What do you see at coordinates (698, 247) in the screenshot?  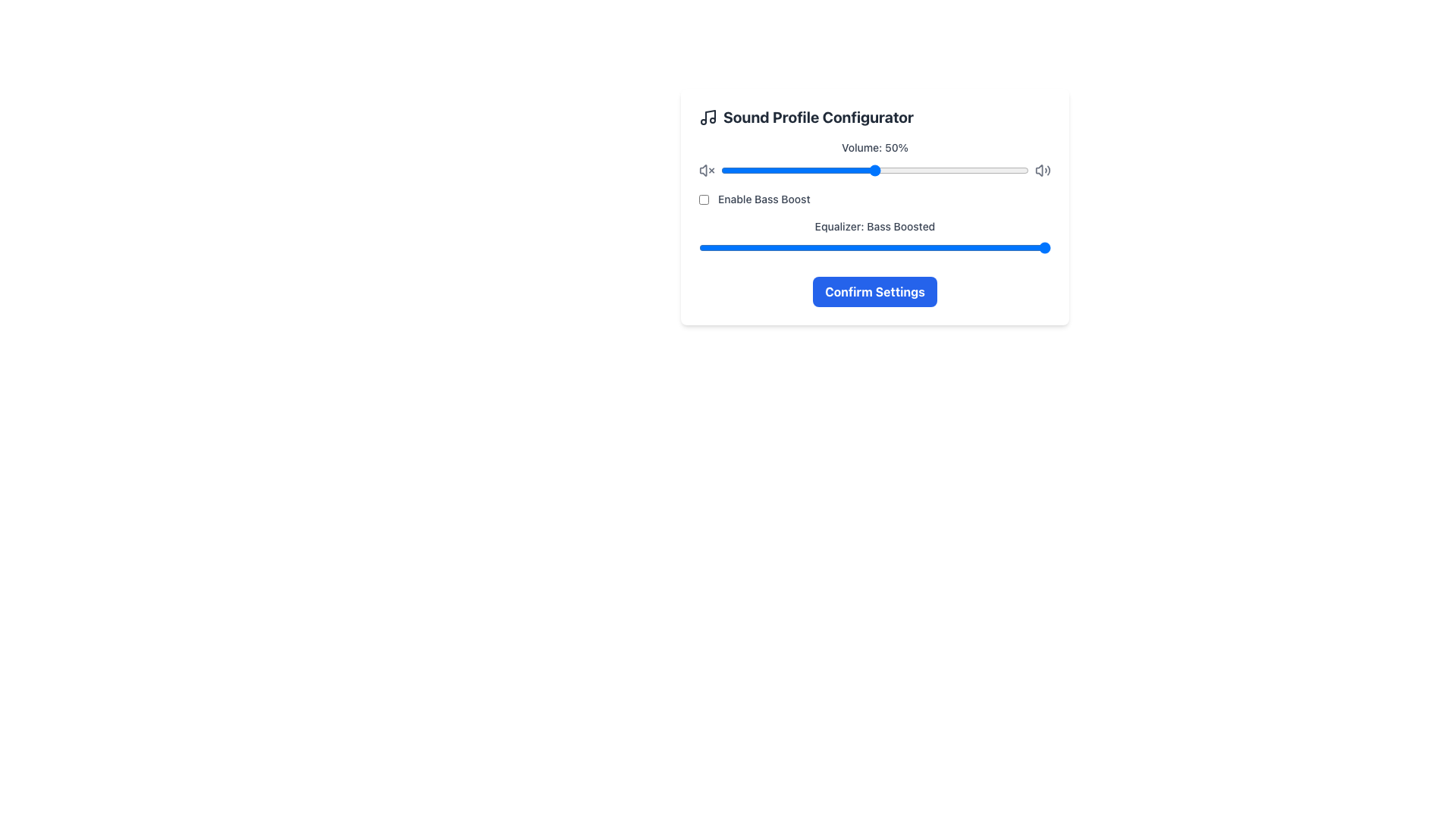 I see `the equalizer level` at bounding box center [698, 247].